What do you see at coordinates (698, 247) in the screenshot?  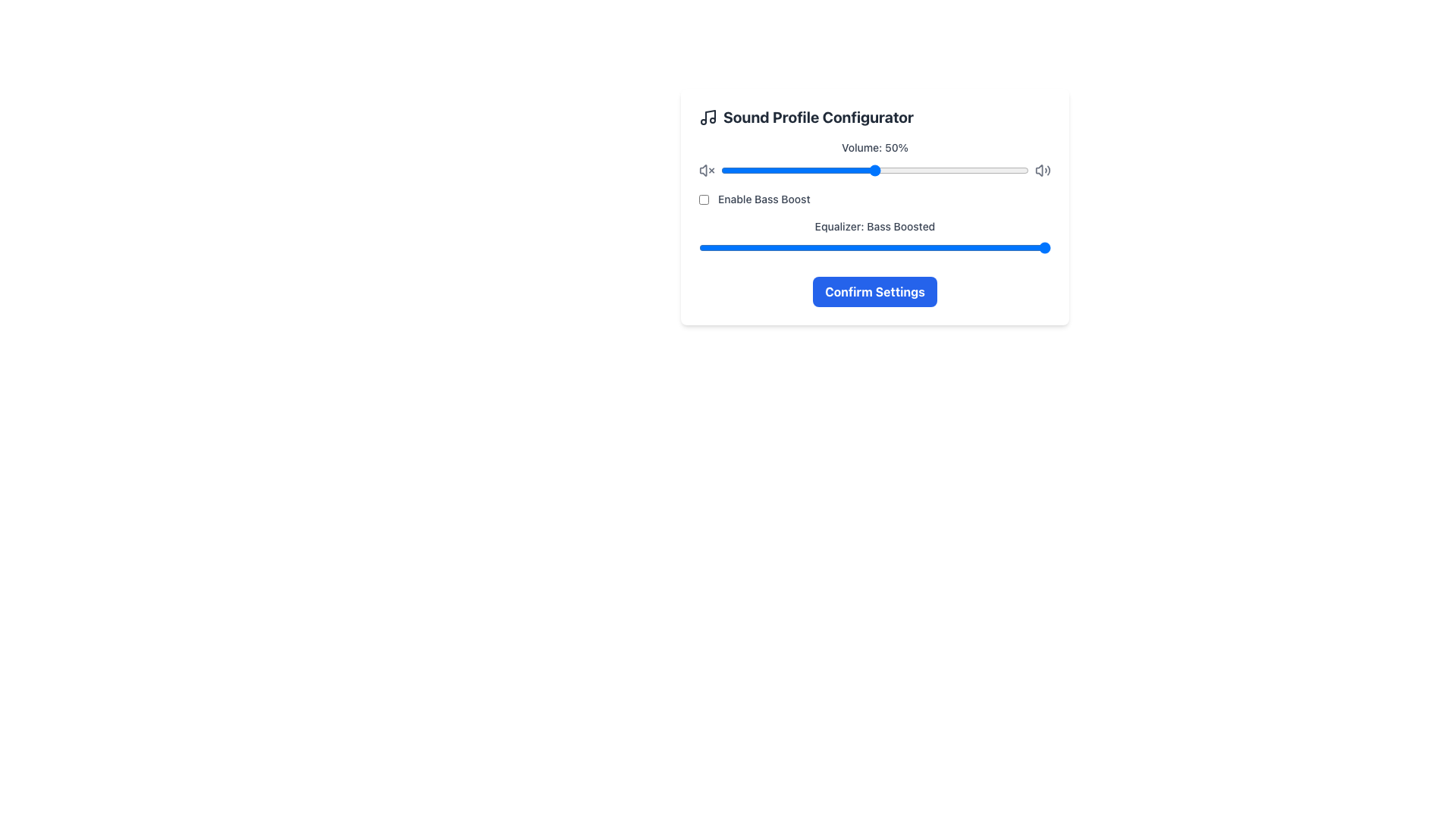 I see `the equalizer level` at bounding box center [698, 247].